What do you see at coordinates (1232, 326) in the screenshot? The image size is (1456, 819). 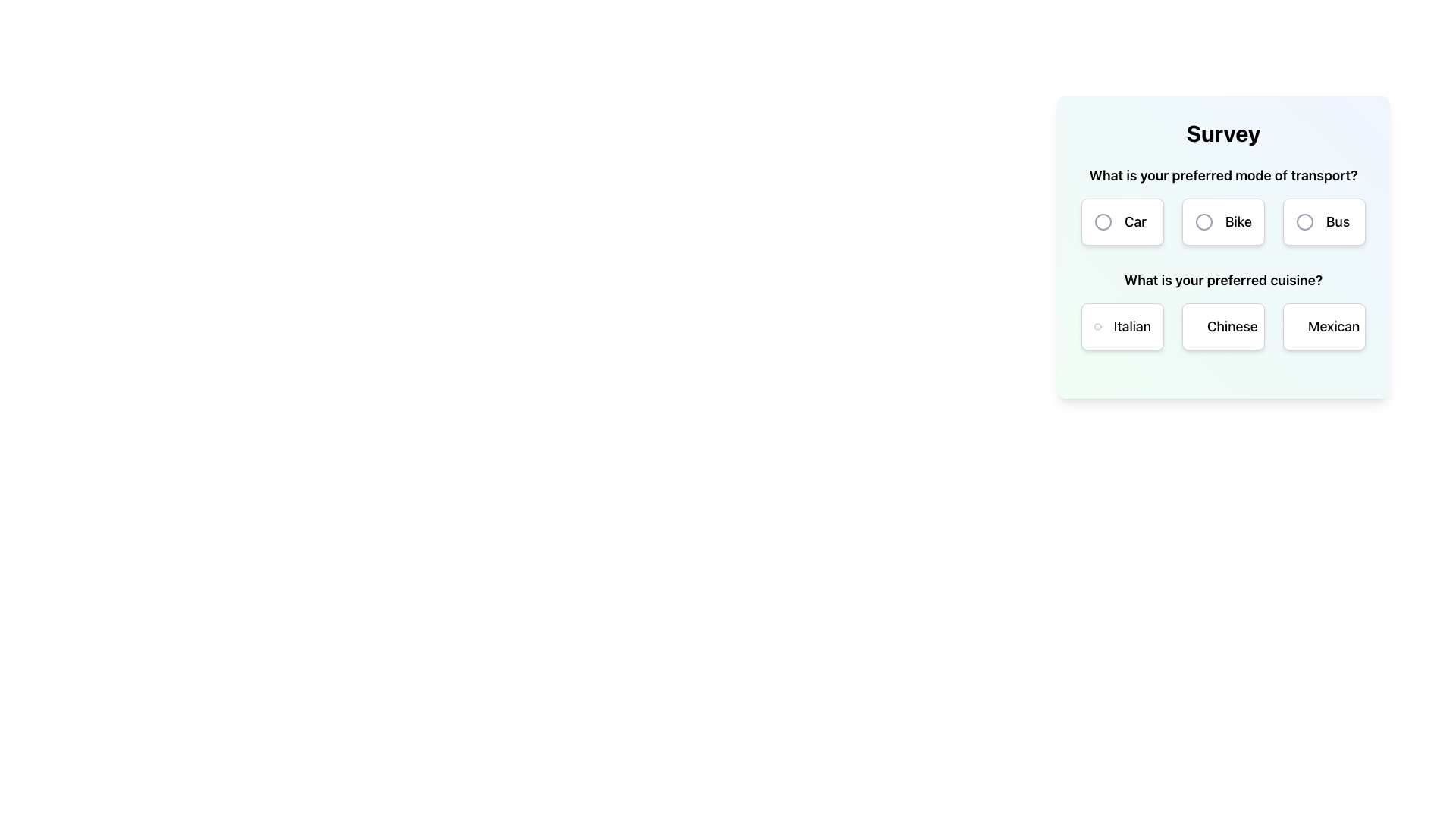 I see `the 'Chinese' radio button option in the survey form` at bounding box center [1232, 326].